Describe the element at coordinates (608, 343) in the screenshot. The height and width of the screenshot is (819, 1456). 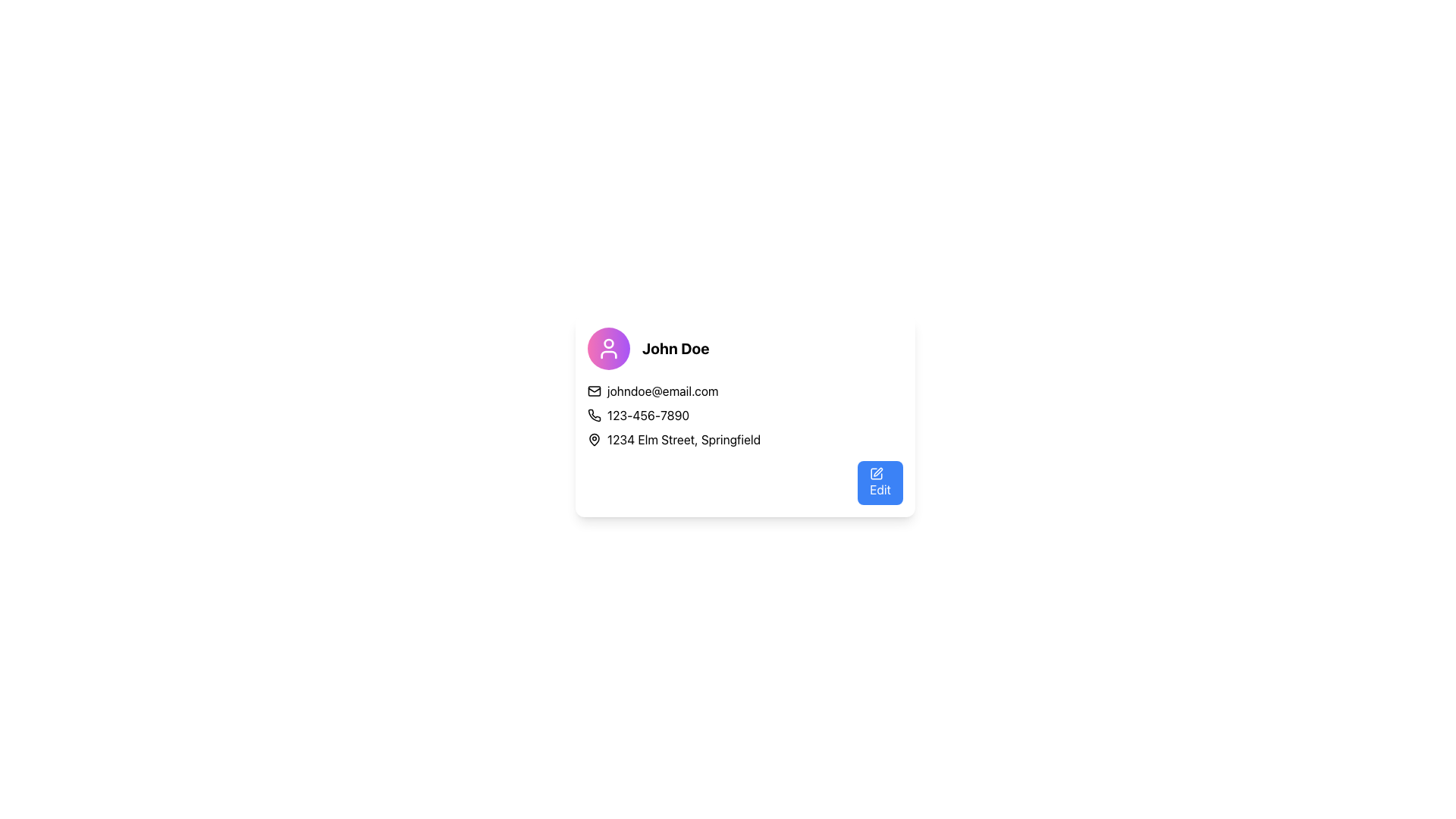
I see `the graphical circle element representing the head in the user profile icon located at the top of the SVG element in the upper left corner of the card-like layout` at that location.